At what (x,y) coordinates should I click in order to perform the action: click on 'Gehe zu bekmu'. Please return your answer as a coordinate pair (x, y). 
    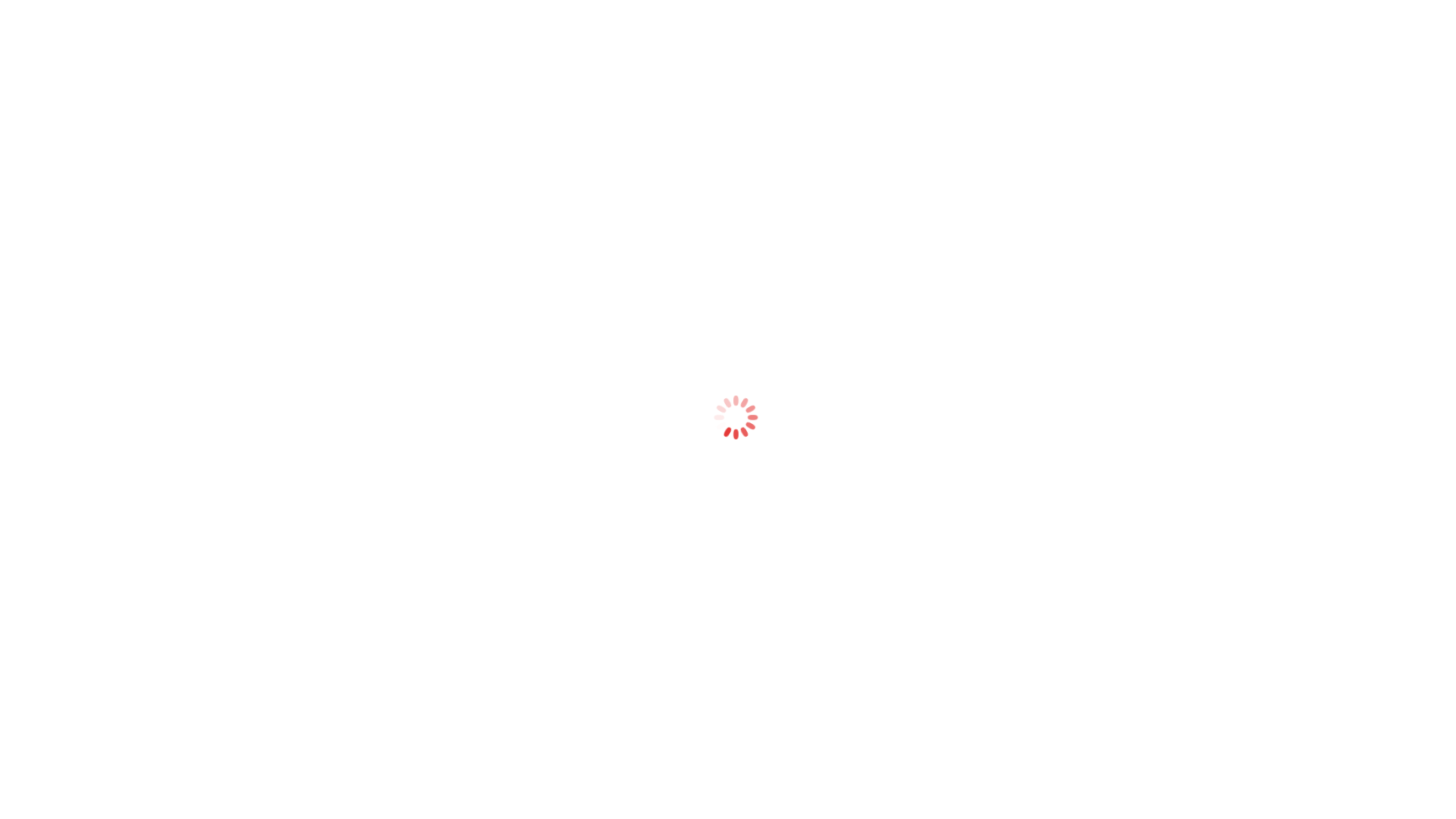
    Looking at the image, I should click on (96, 45).